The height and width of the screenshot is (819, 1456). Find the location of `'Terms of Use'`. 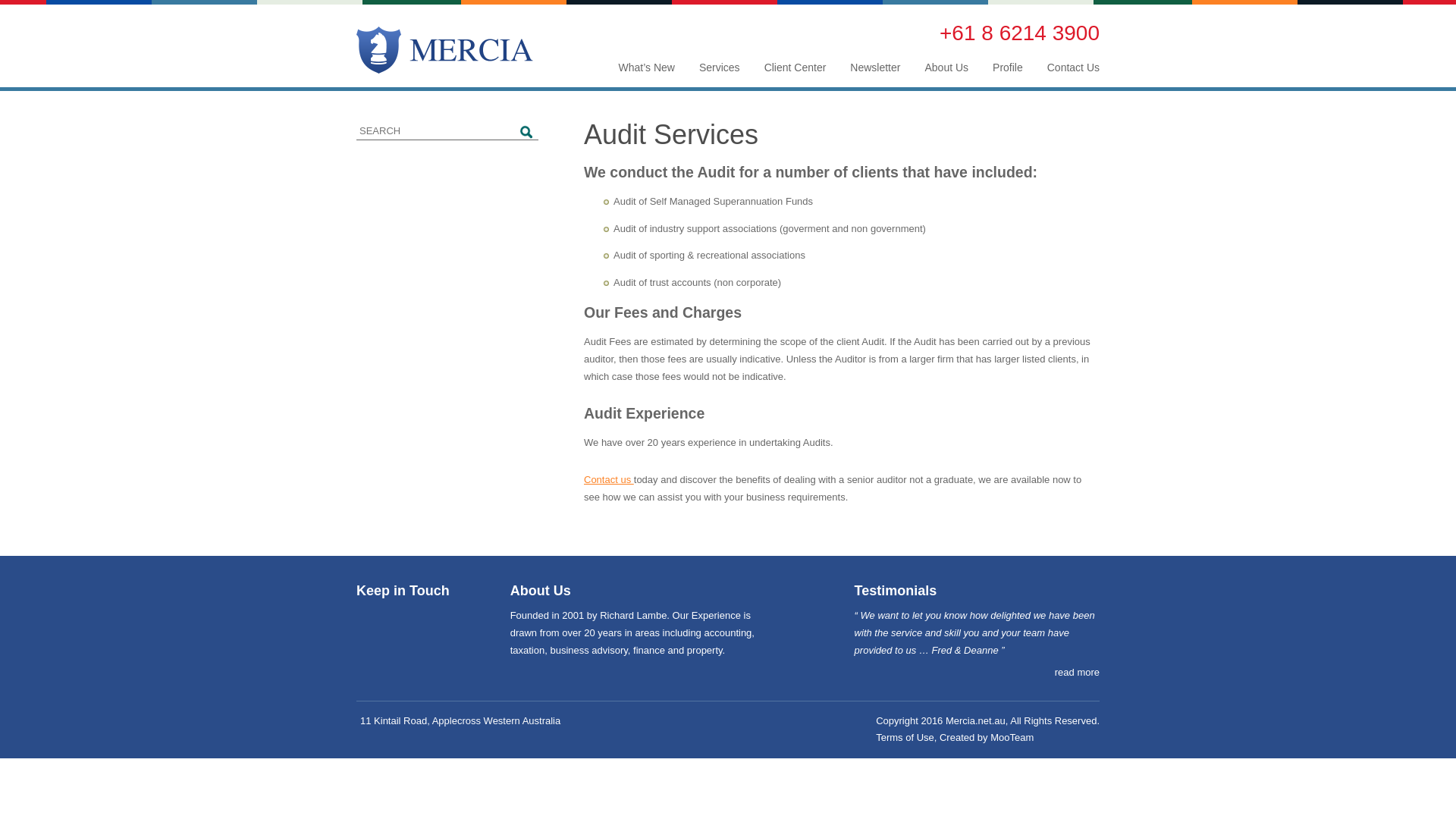

'Terms of Use' is located at coordinates (905, 736).